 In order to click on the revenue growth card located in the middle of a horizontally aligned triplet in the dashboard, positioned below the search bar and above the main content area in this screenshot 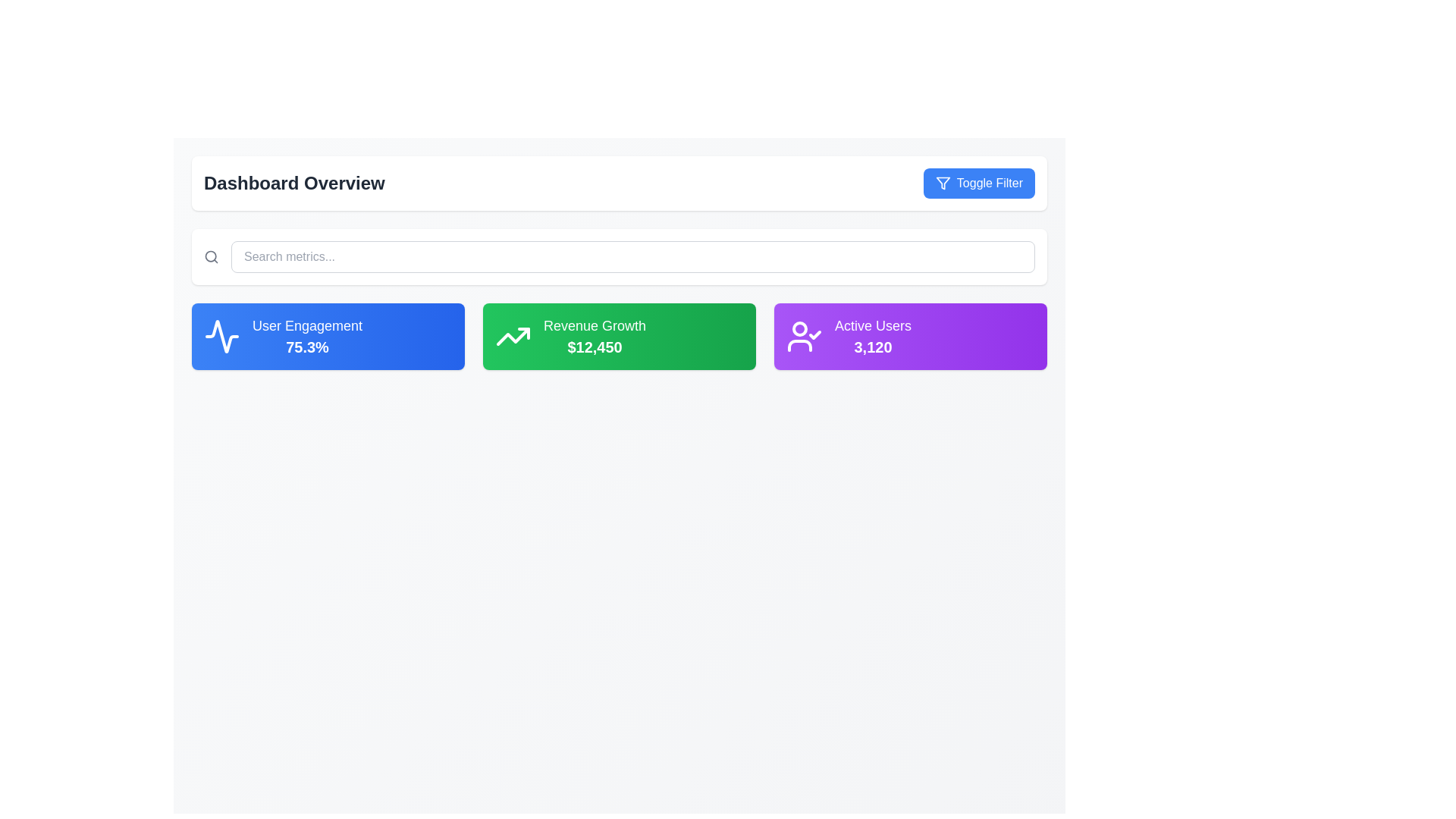, I will do `click(619, 335)`.